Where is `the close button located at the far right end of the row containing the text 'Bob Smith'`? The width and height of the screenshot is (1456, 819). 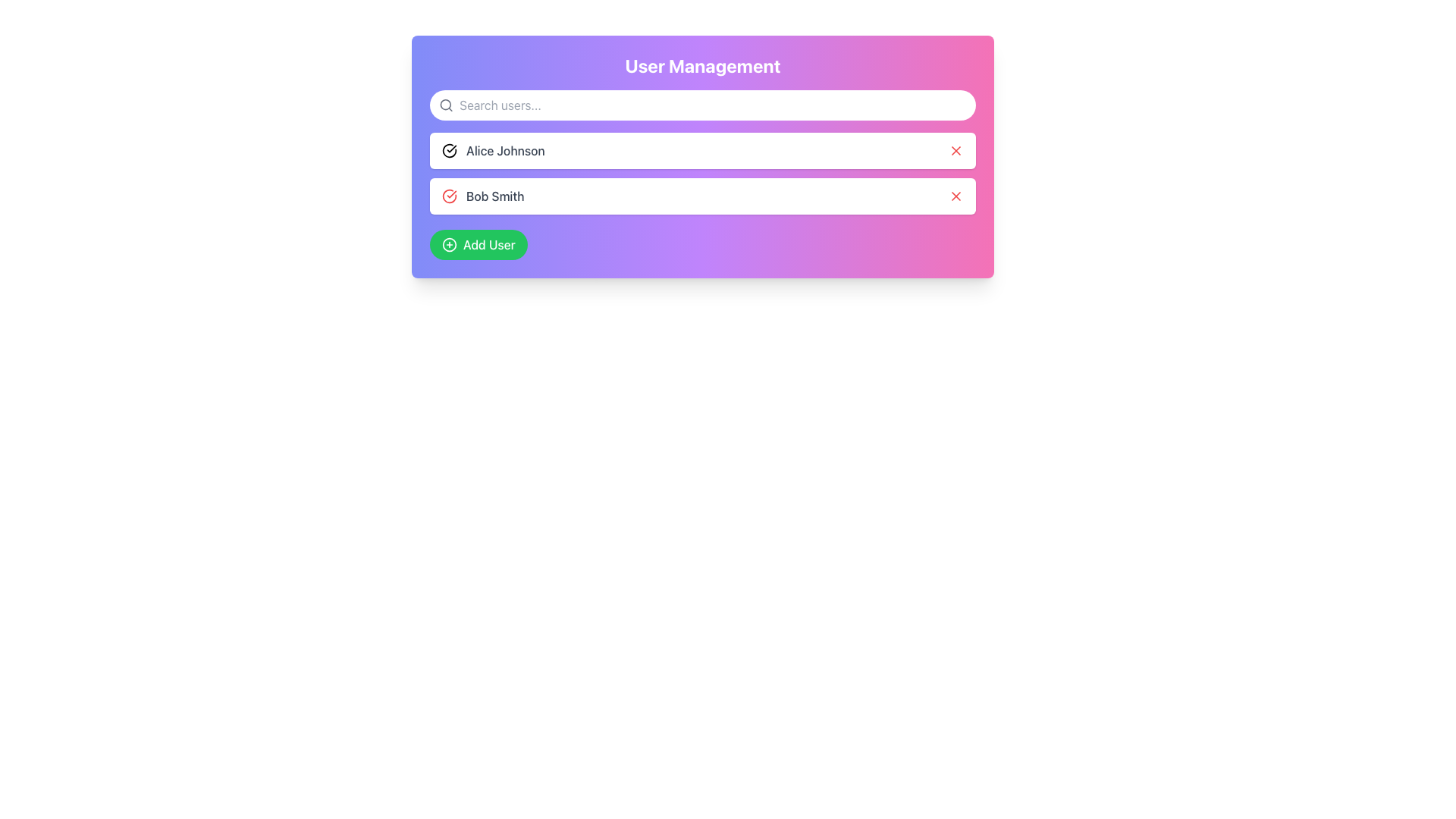
the close button located at the far right end of the row containing the text 'Bob Smith' is located at coordinates (955, 195).